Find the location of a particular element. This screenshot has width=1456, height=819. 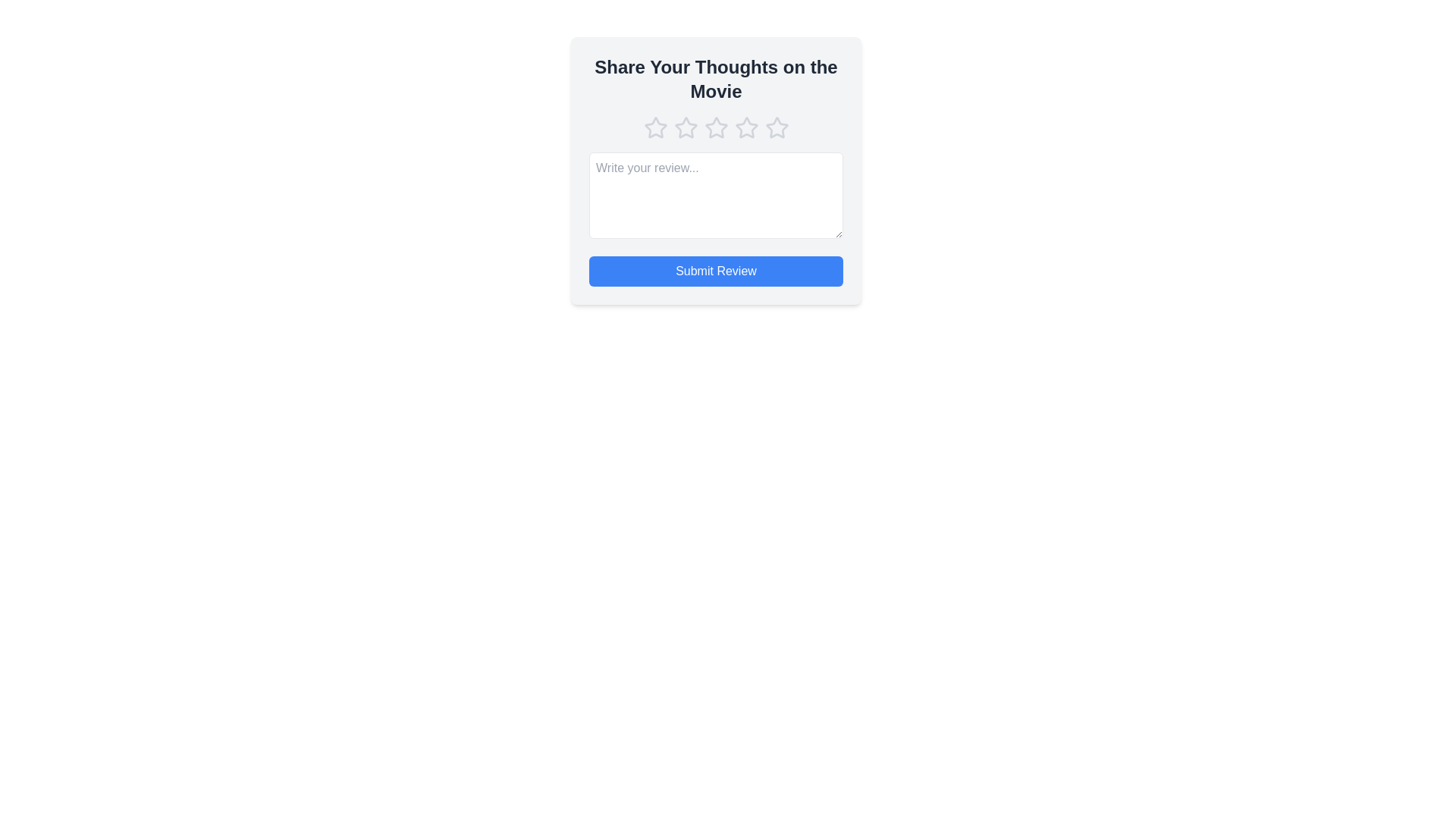

the interactive star icon for rating, which is the last star in a sequence of five stars located centrally in the review card interface is located at coordinates (777, 127).